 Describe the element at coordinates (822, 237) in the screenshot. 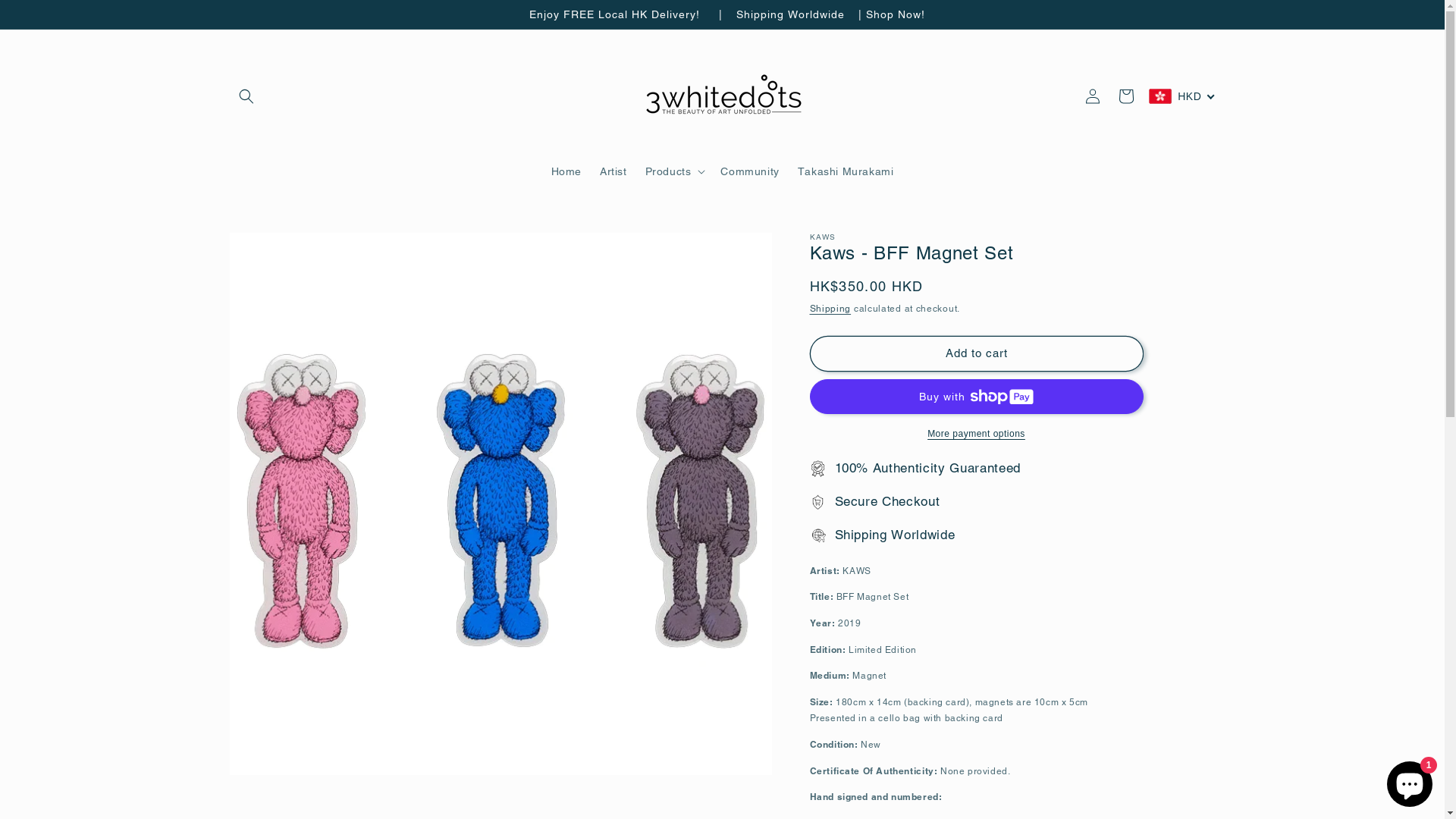

I see `'KAWS'` at that location.